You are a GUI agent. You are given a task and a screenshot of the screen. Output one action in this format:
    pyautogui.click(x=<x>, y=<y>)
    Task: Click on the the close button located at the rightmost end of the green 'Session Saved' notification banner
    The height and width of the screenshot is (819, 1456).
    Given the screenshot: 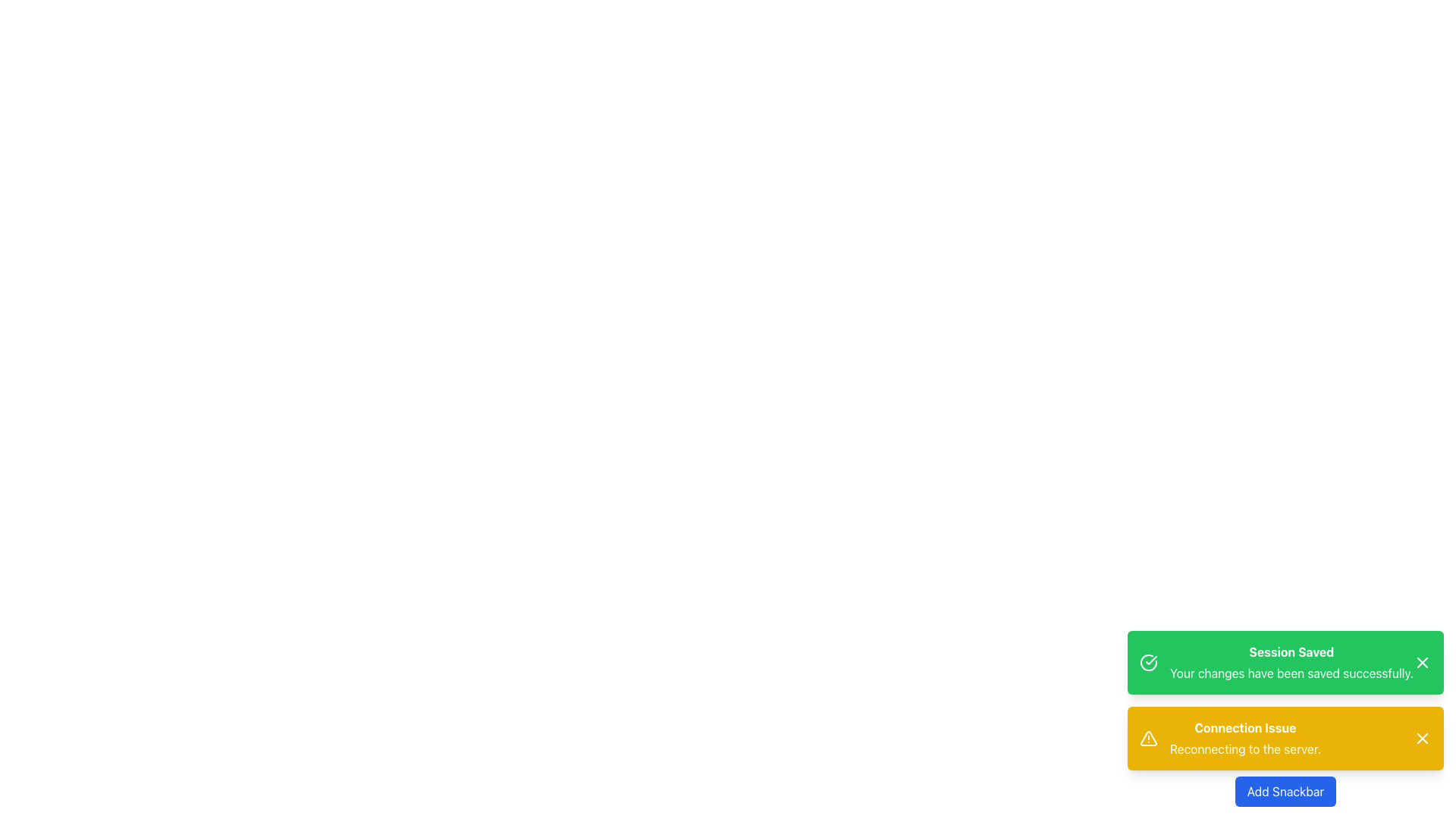 What is the action you would take?
    pyautogui.click(x=1422, y=662)
    